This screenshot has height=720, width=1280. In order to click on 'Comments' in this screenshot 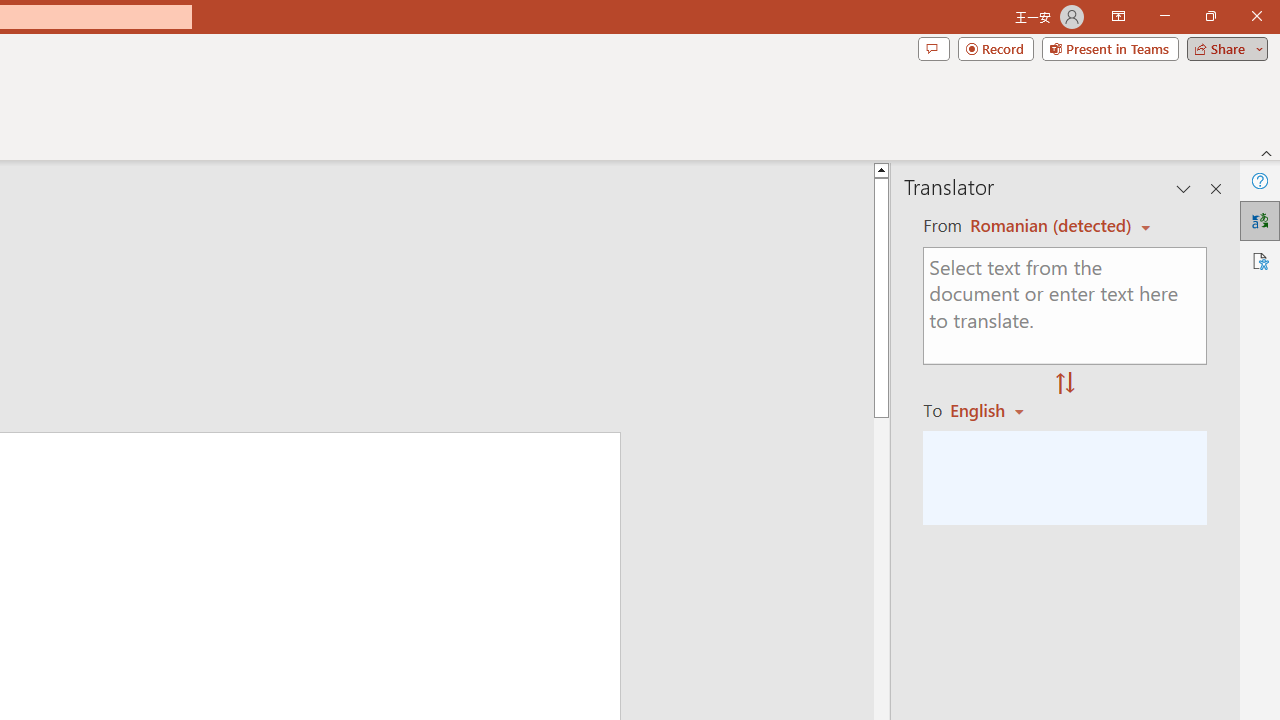, I will do `click(932, 47)`.